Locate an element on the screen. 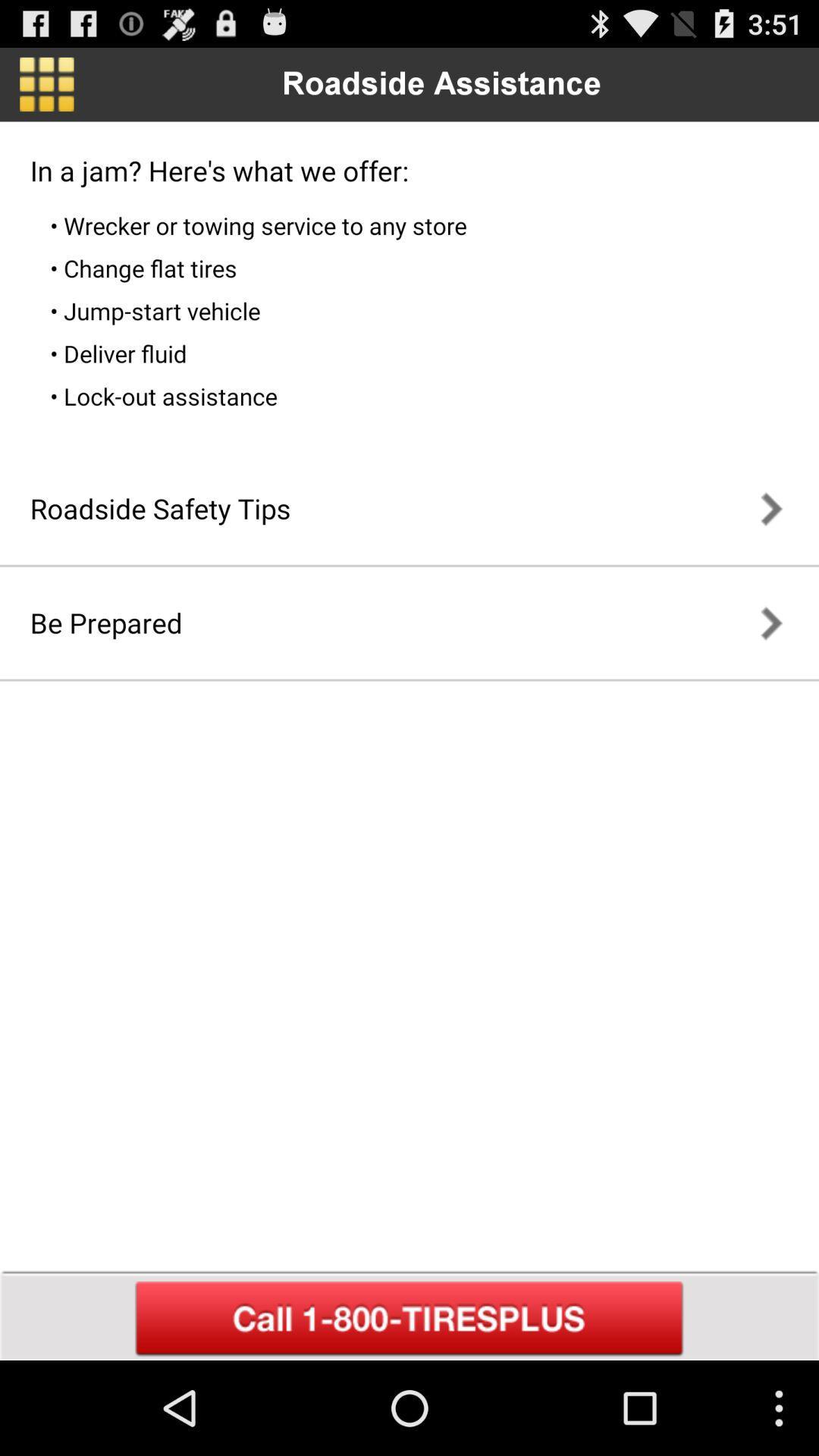 This screenshot has height=1456, width=819. the dashboard icon is located at coordinates (45, 89).